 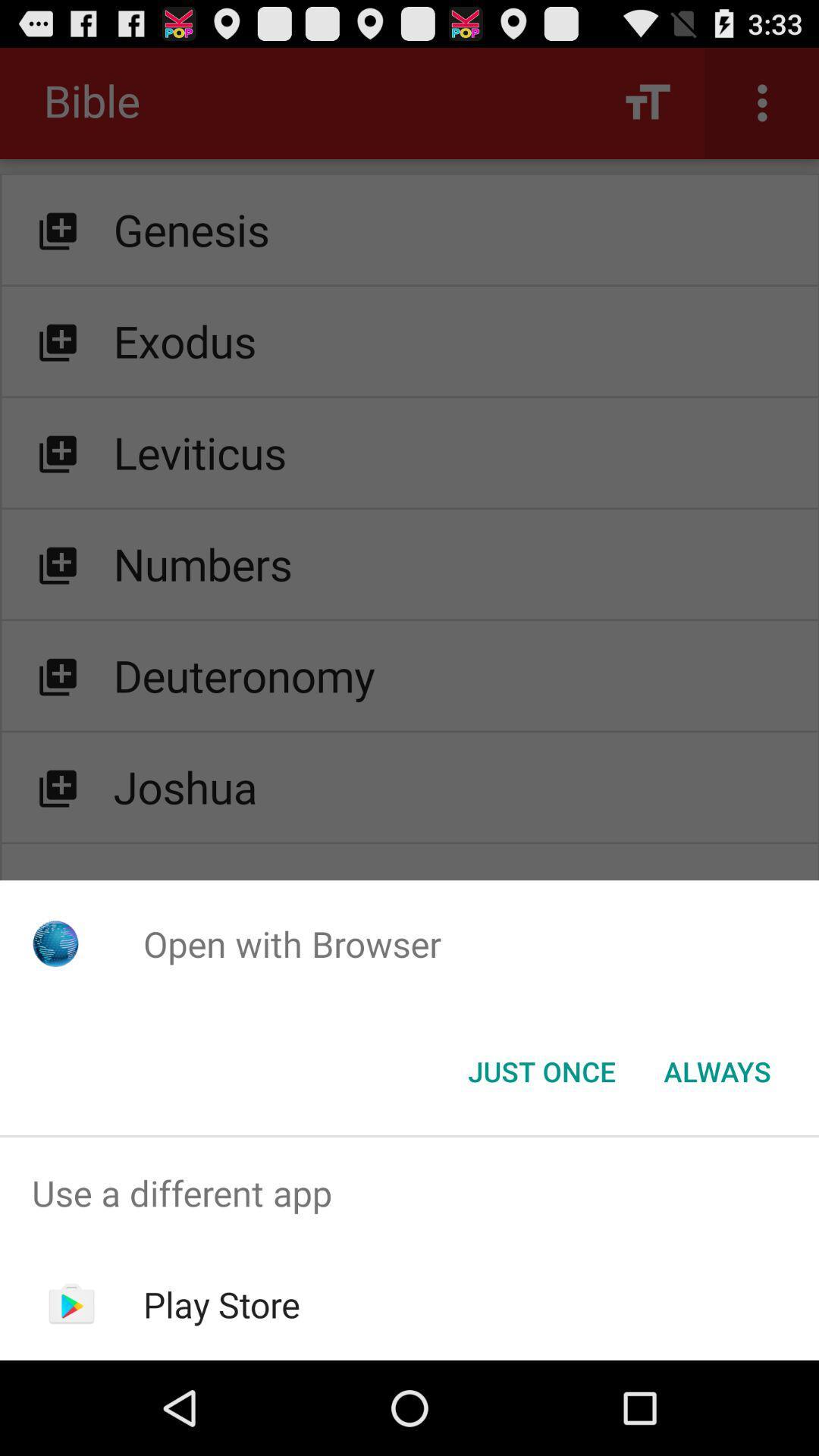 What do you see at coordinates (717, 1070) in the screenshot?
I see `item below open with browser` at bounding box center [717, 1070].